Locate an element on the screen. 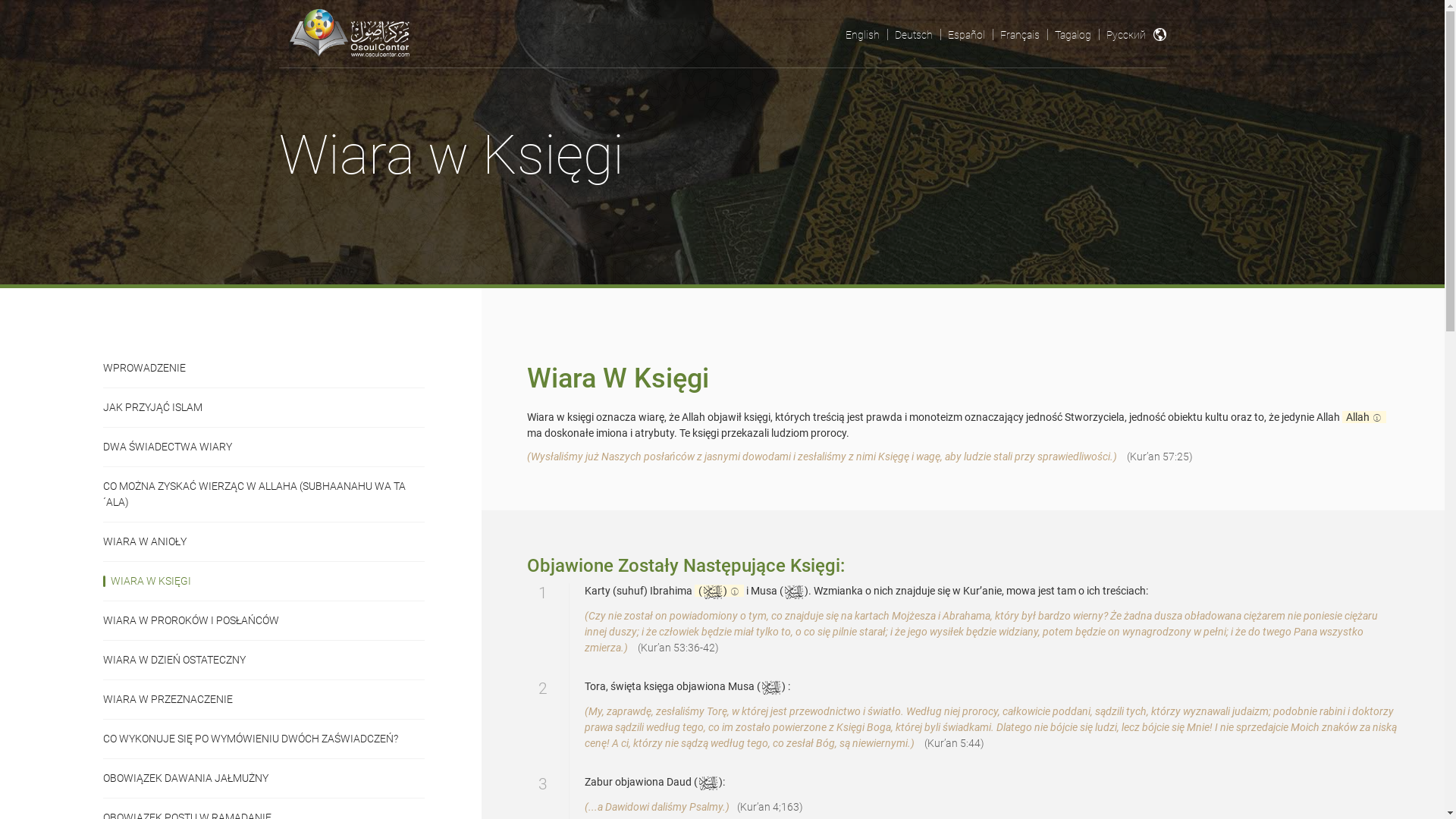 This screenshot has height=819, width=1456. 'WPROWADZENIE' is located at coordinates (102, 368).